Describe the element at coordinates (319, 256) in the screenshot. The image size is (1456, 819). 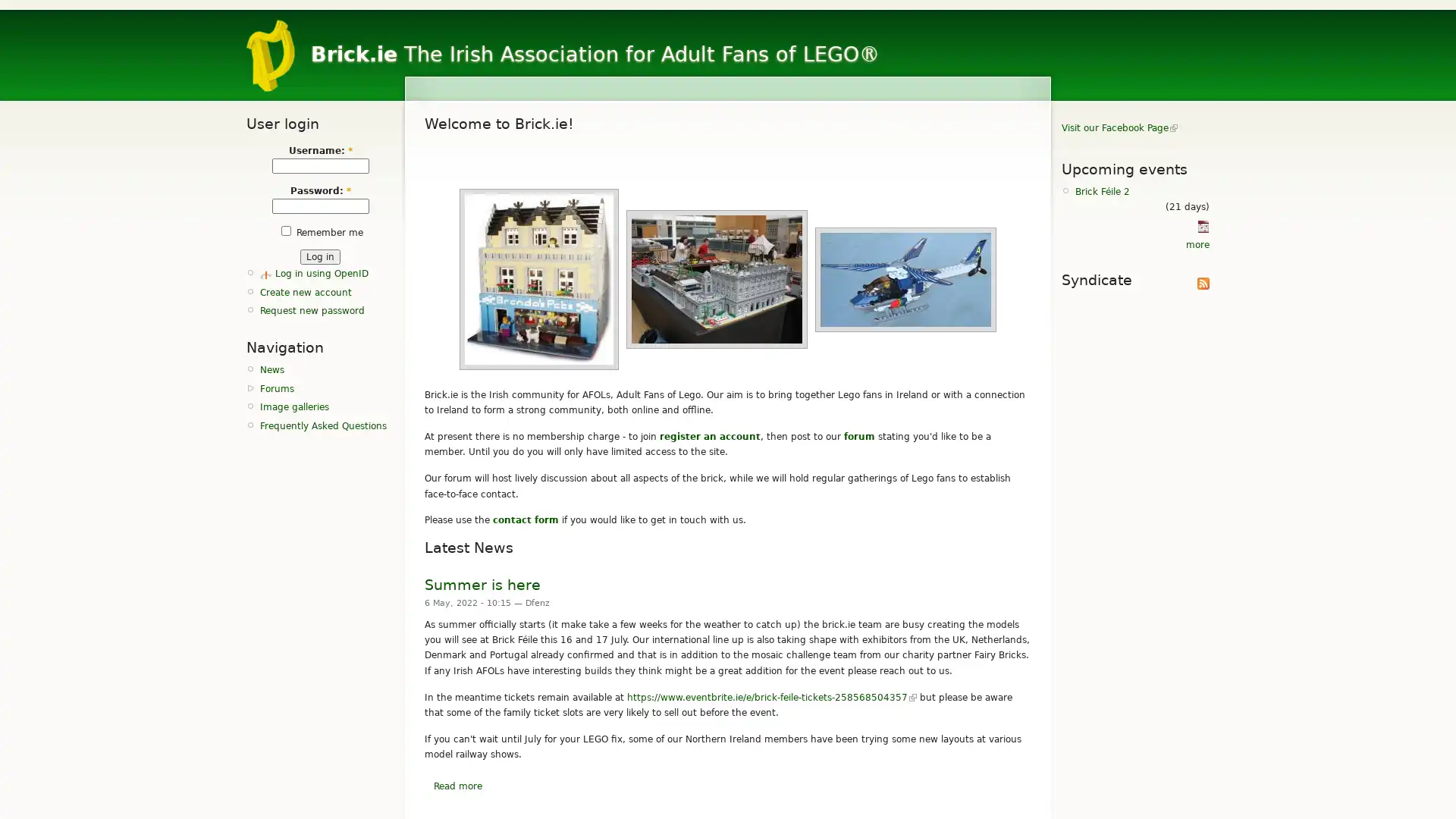
I see `Log in` at that location.